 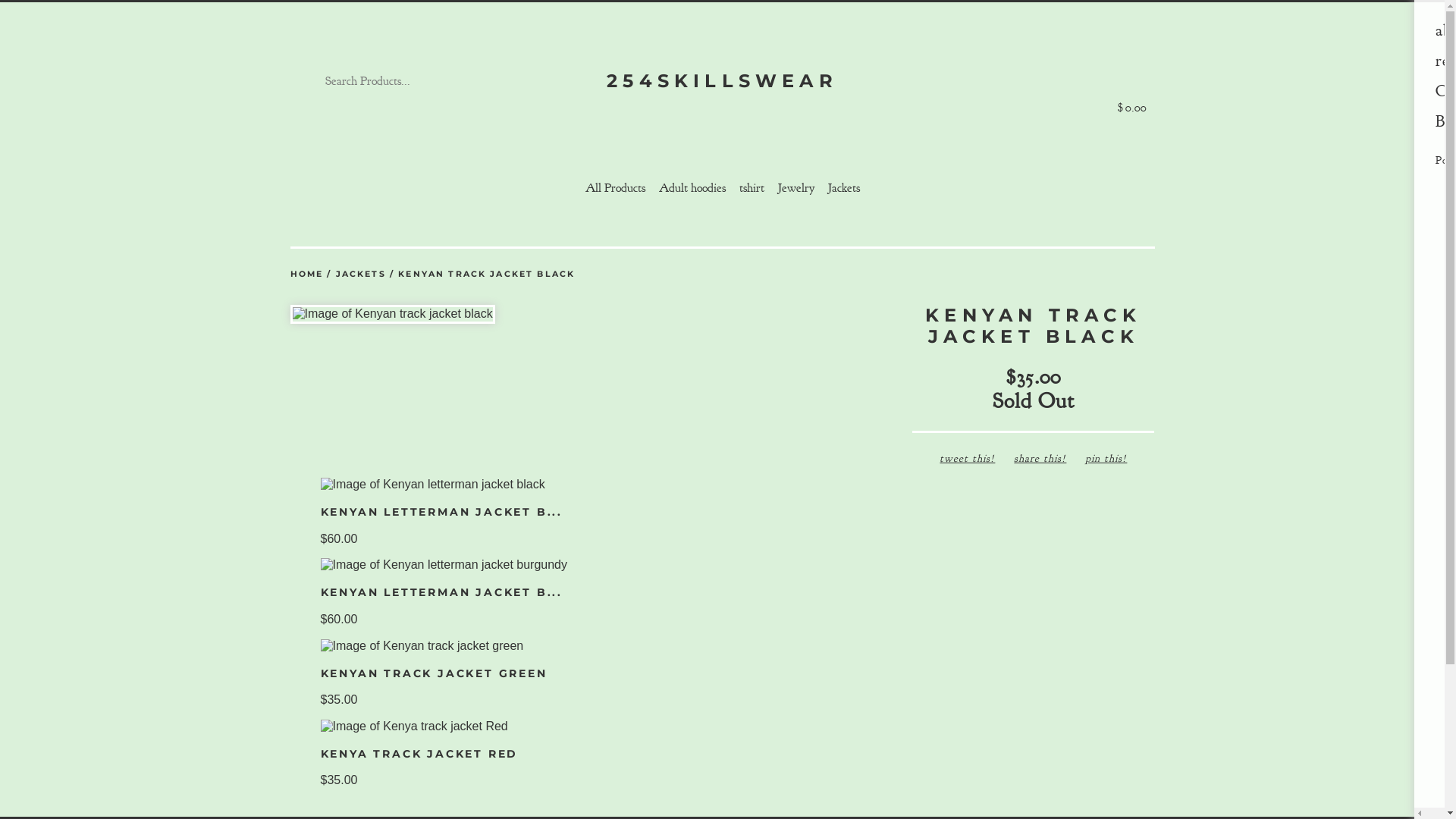 I want to click on 'KENYA TRACK JACKET RED, so click(x=720, y=754).